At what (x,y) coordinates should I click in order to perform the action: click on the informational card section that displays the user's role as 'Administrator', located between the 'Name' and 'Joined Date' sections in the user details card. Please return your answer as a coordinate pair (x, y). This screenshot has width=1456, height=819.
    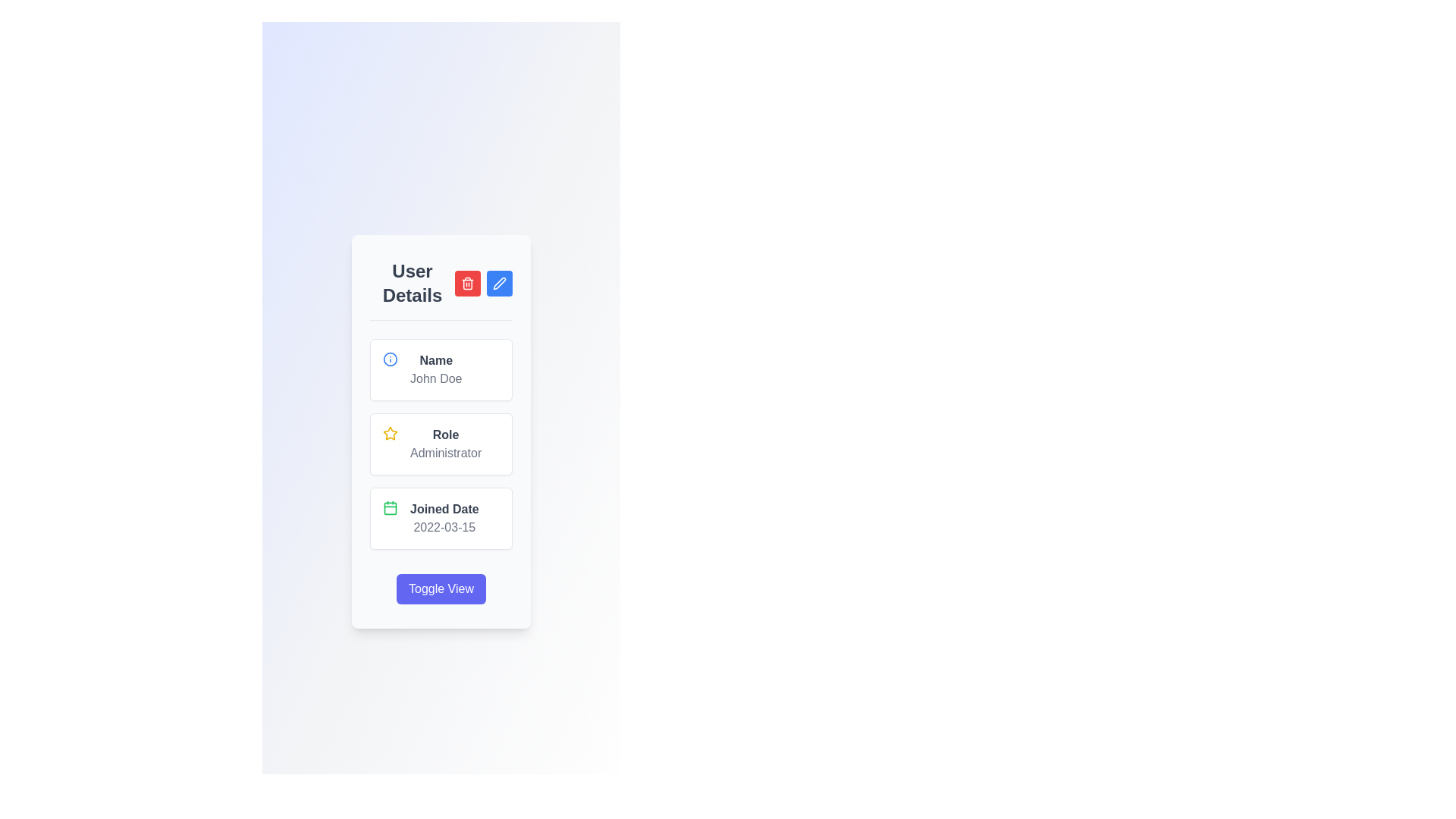
    Looking at the image, I should click on (440, 444).